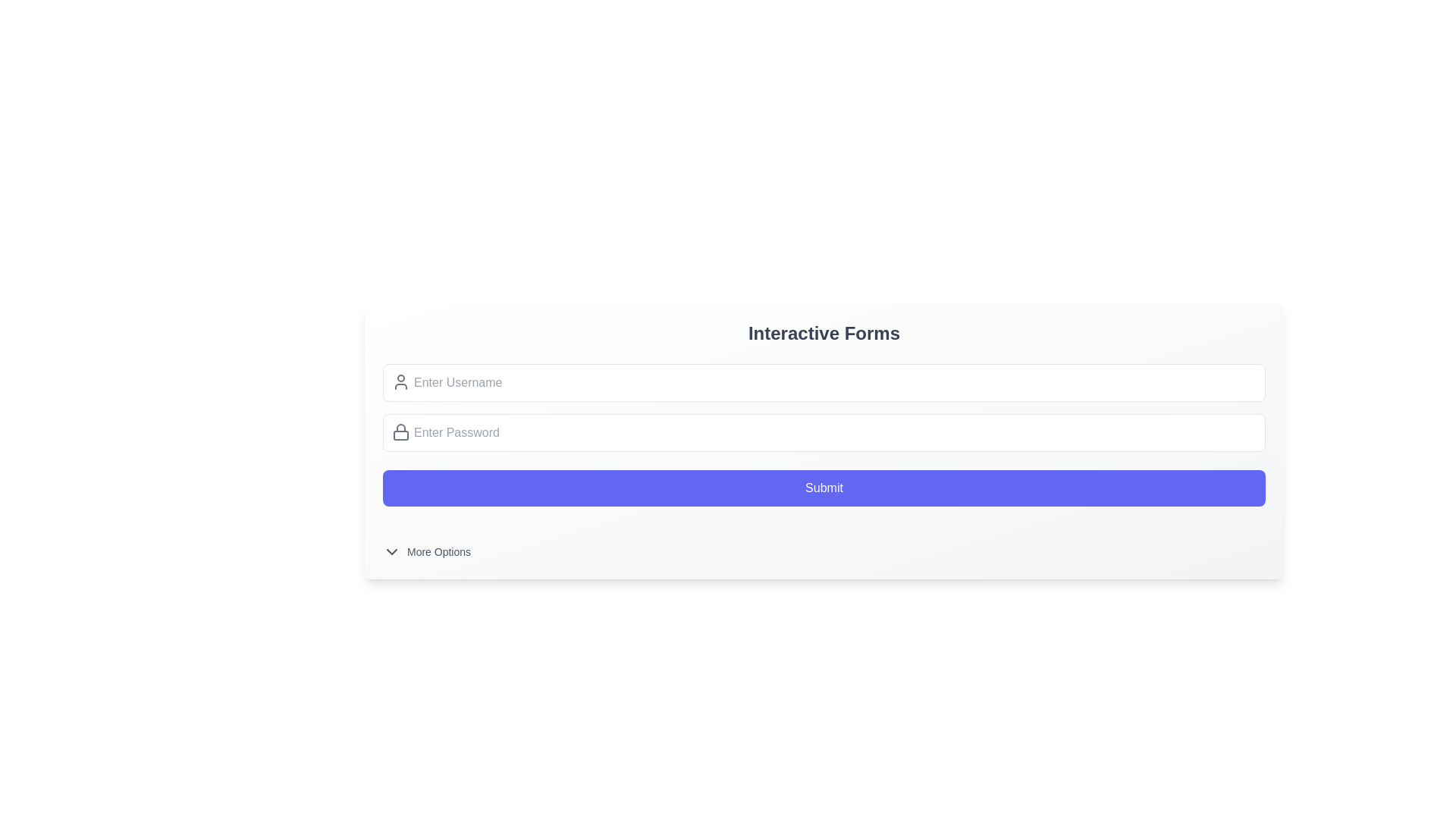 The width and height of the screenshot is (1456, 819). I want to click on the Expandable Menu Trigger located beneath the 'Submit' button in the 'Interactive Forms' section, so click(823, 542).